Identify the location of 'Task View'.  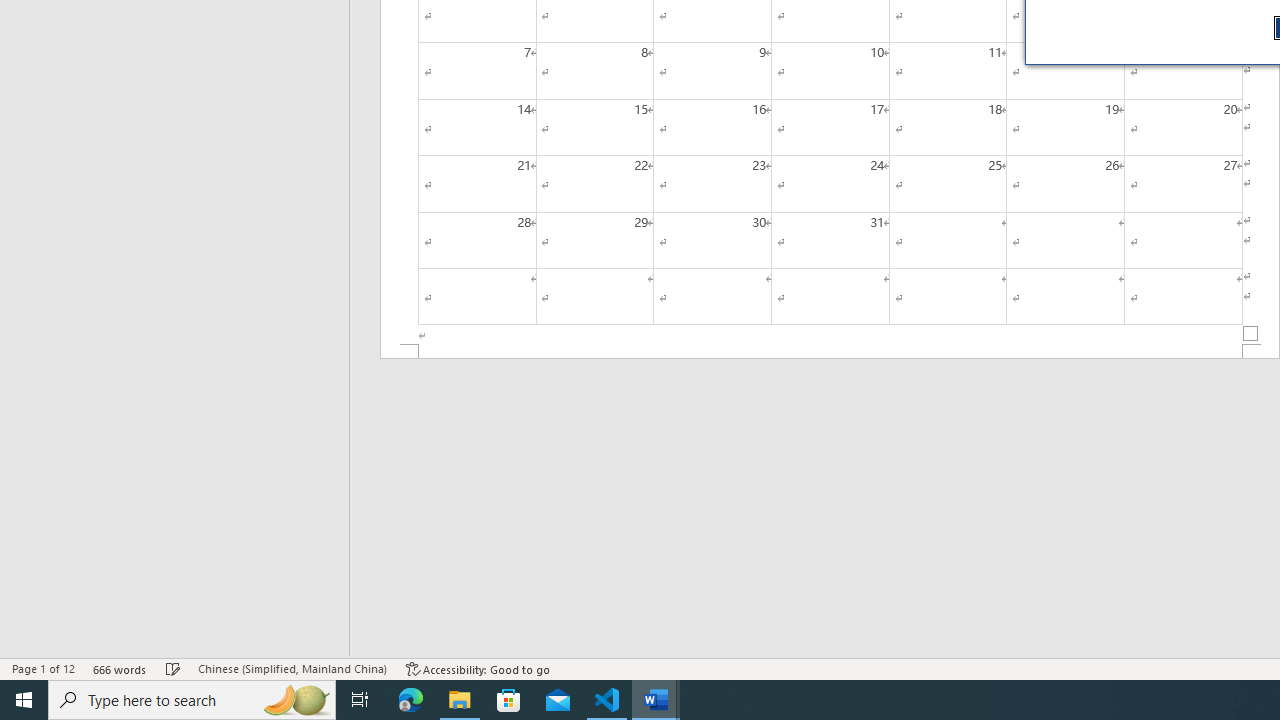
(359, 698).